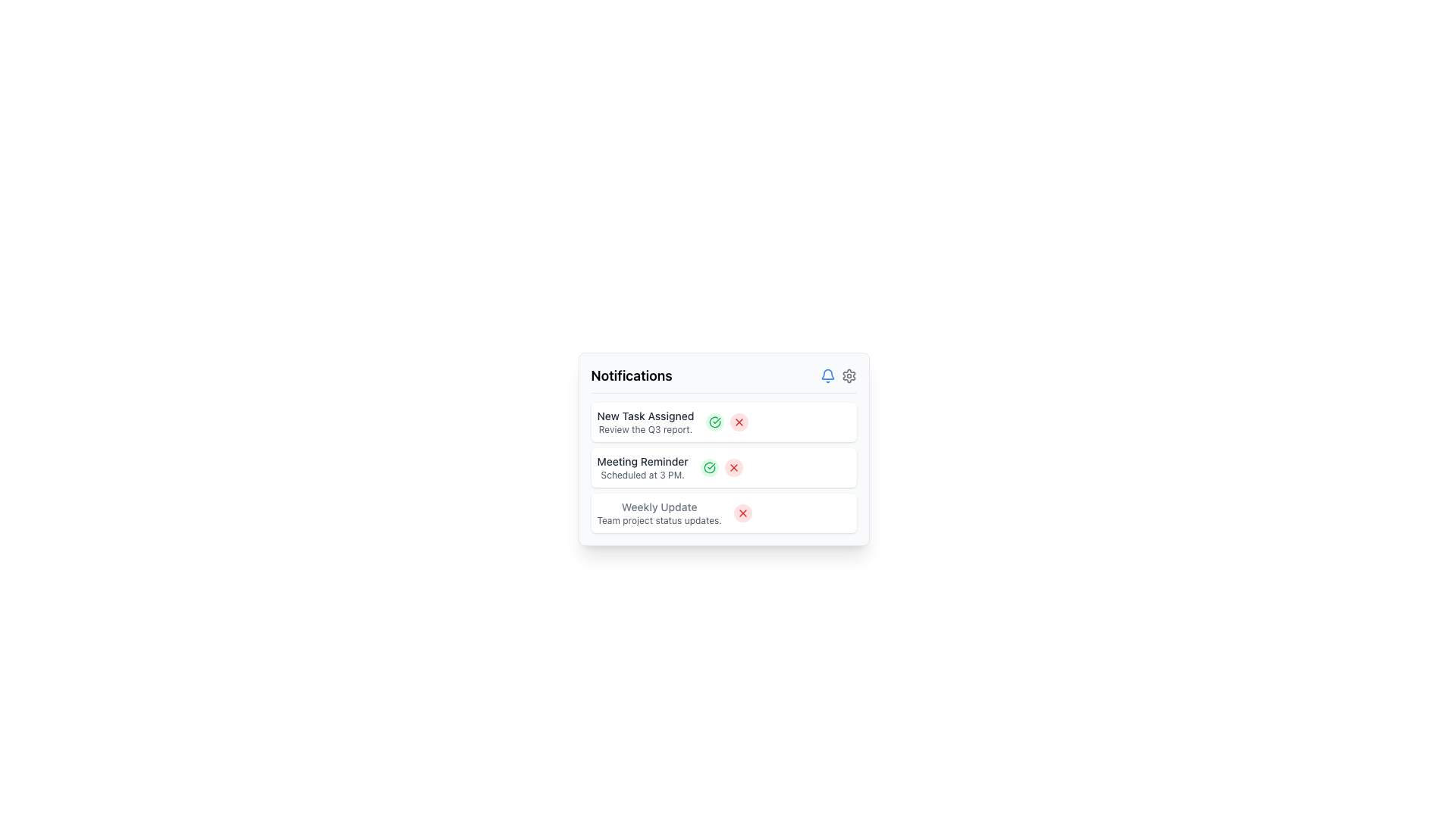  I want to click on the green circular button with a checkmark icon in the notification section to mark the notification as read, so click(714, 422).